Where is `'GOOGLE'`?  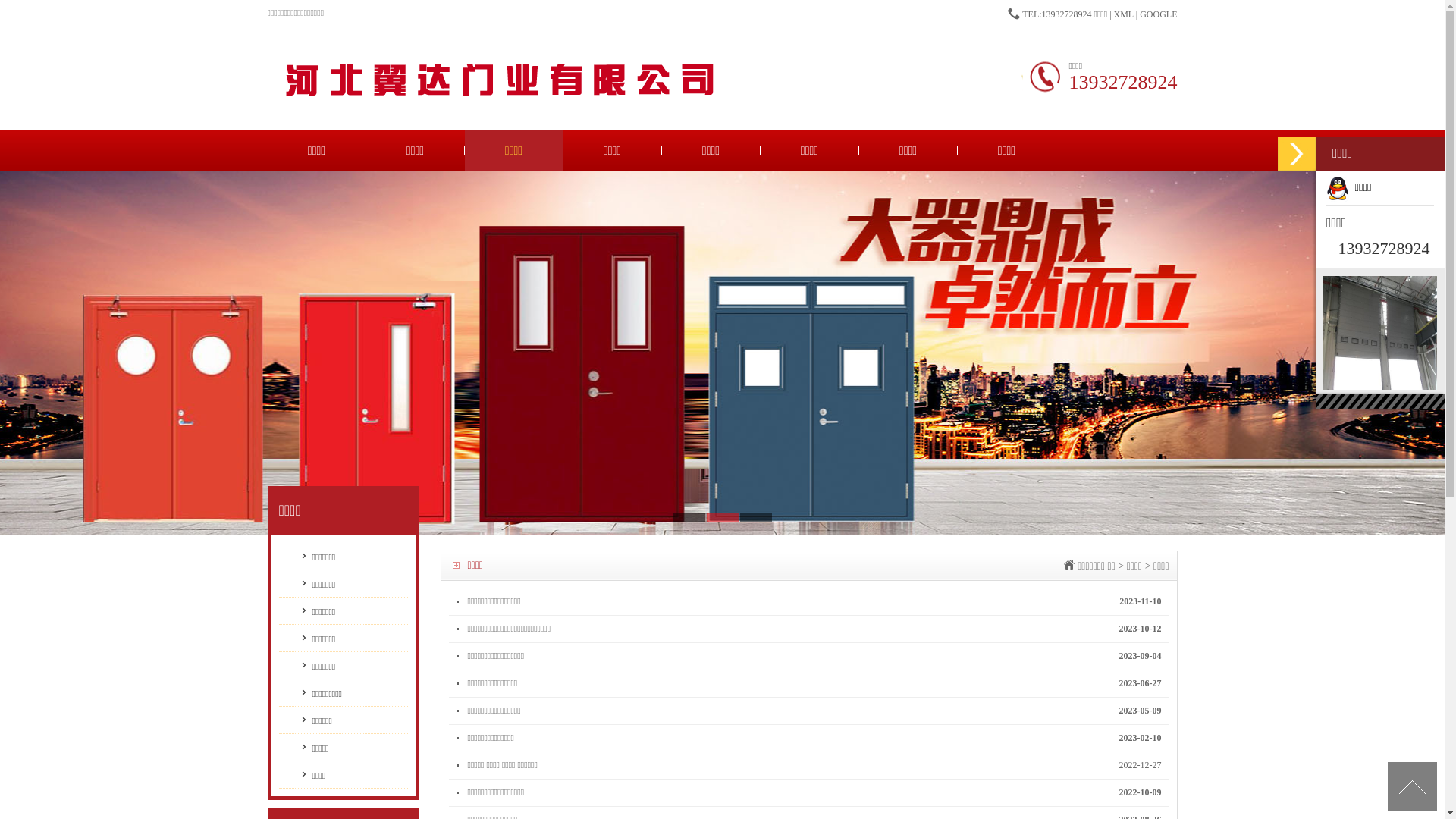 'GOOGLE' is located at coordinates (1157, 14).